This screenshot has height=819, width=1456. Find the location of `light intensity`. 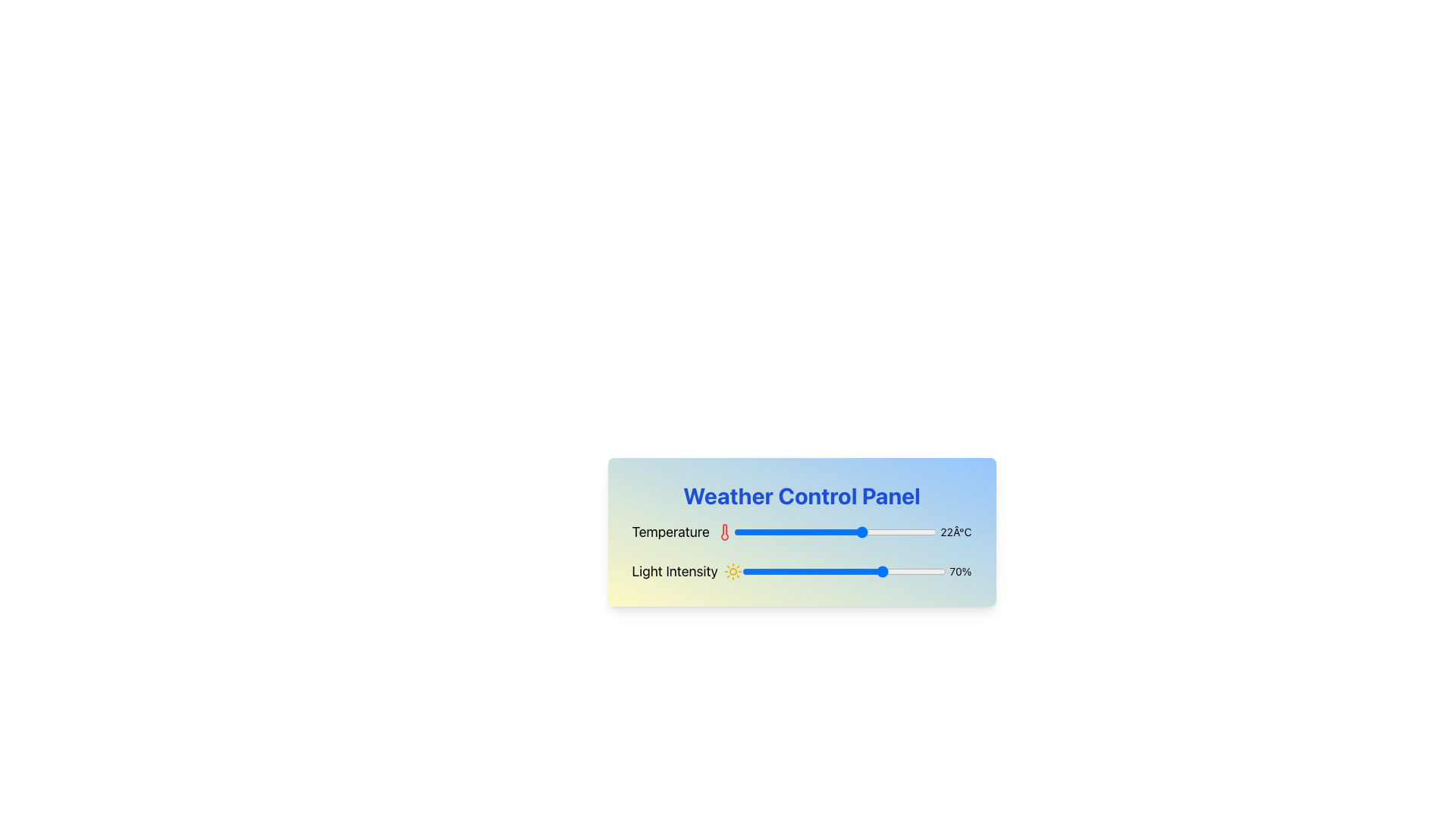

light intensity is located at coordinates (876, 571).